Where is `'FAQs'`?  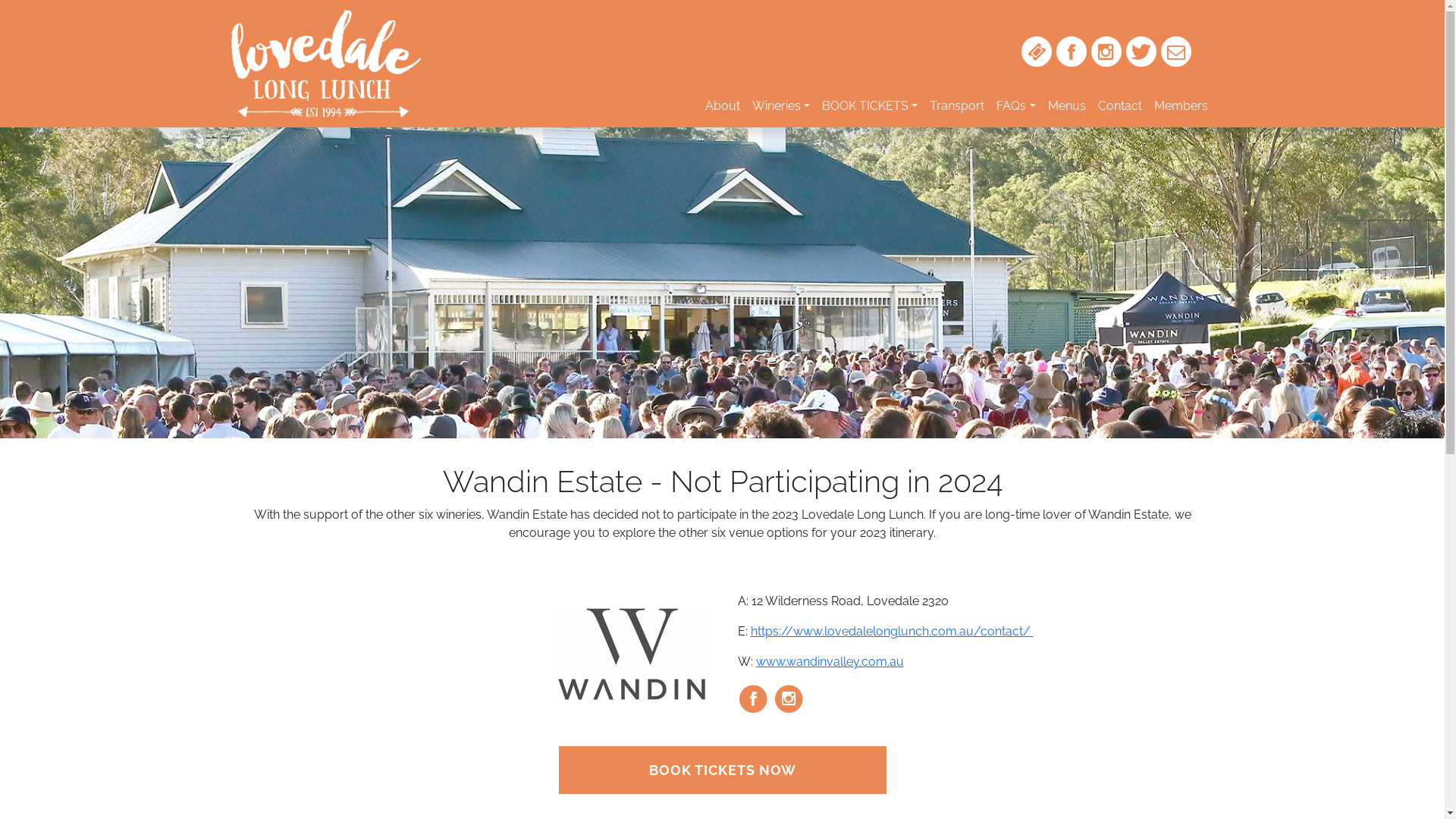 'FAQs' is located at coordinates (1015, 105).